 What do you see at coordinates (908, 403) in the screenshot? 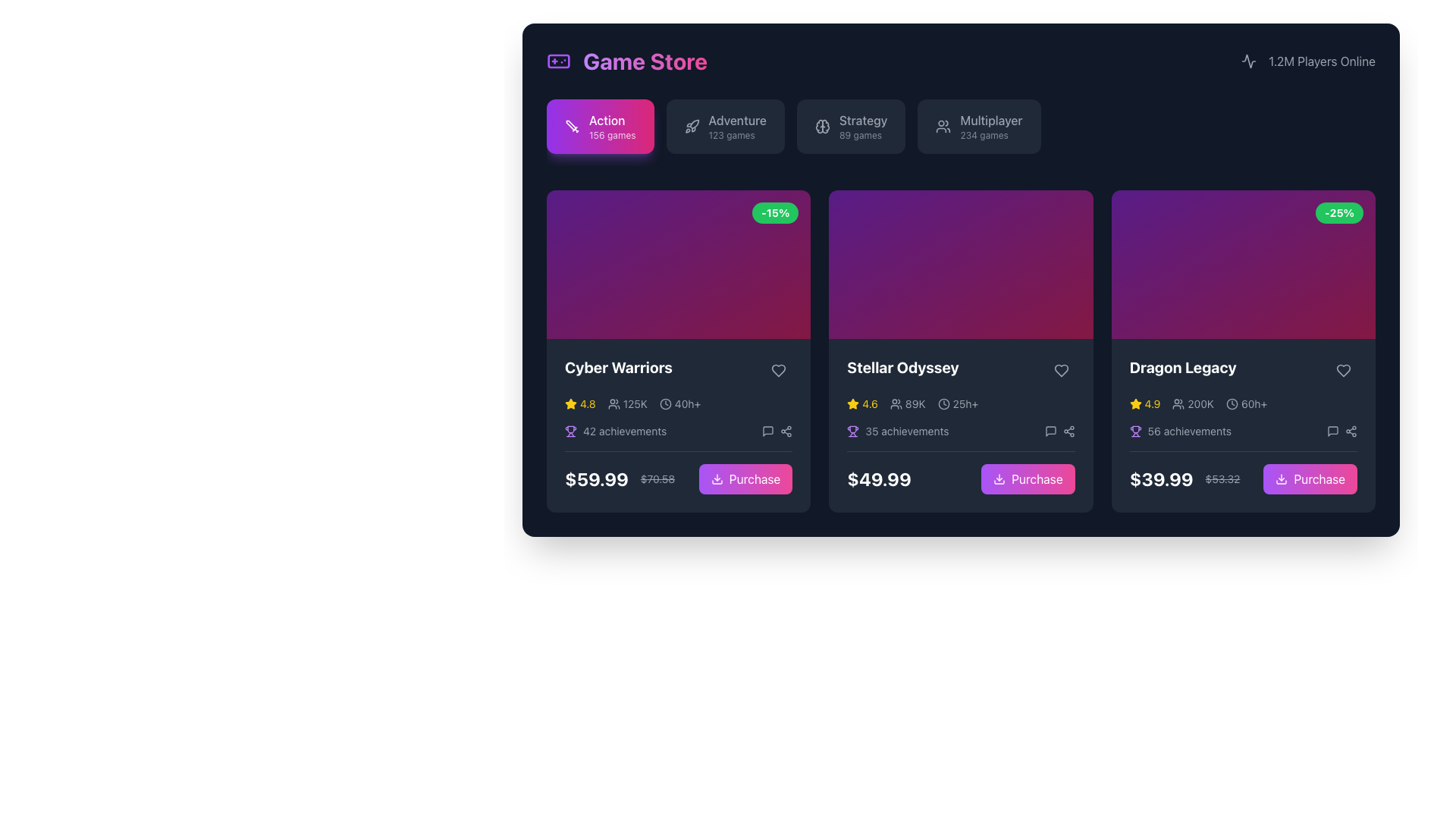
I see `the player count indicator for the game 'Stellar Odyssey' located in the second row of the interface` at bounding box center [908, 403].